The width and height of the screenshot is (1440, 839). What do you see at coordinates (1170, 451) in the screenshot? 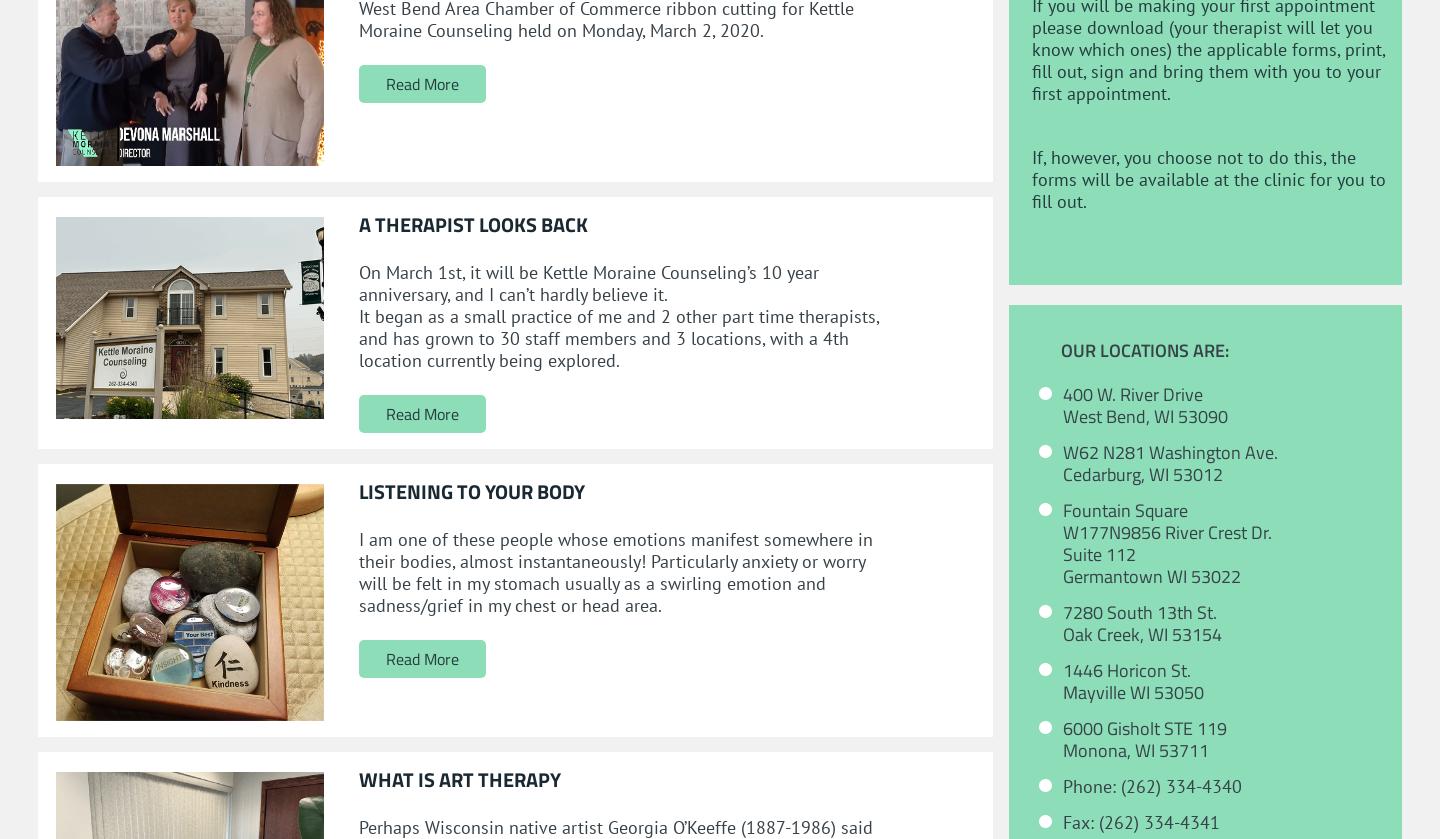
I see `'W62 N281 Washington Ave.'` at bounding box center [1170, 451].